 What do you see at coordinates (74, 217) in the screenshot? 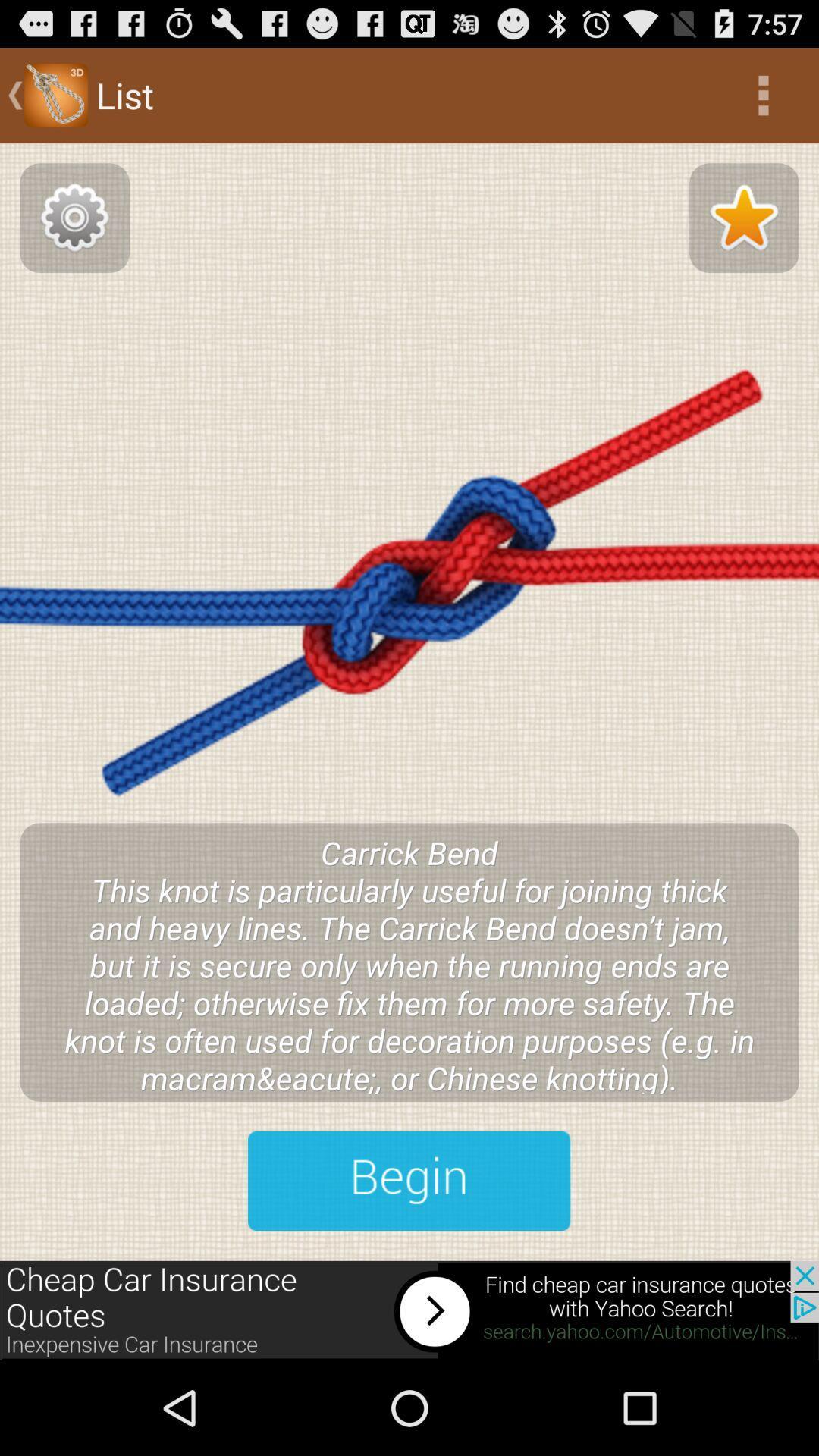
I see `settings` at bounding box center [74, 217].